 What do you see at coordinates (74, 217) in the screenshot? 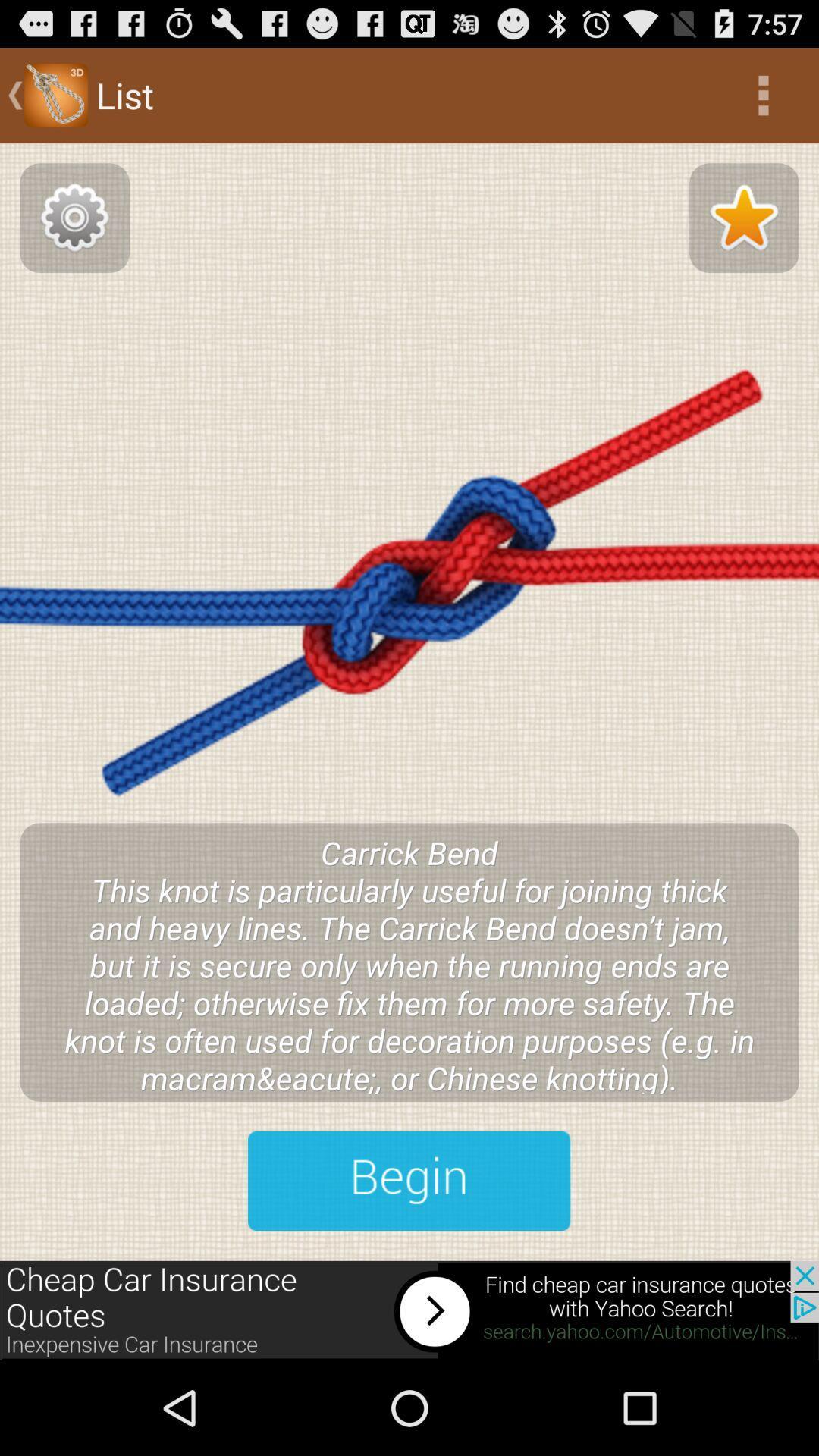
I see `settings` at bounding box center [74, 217].